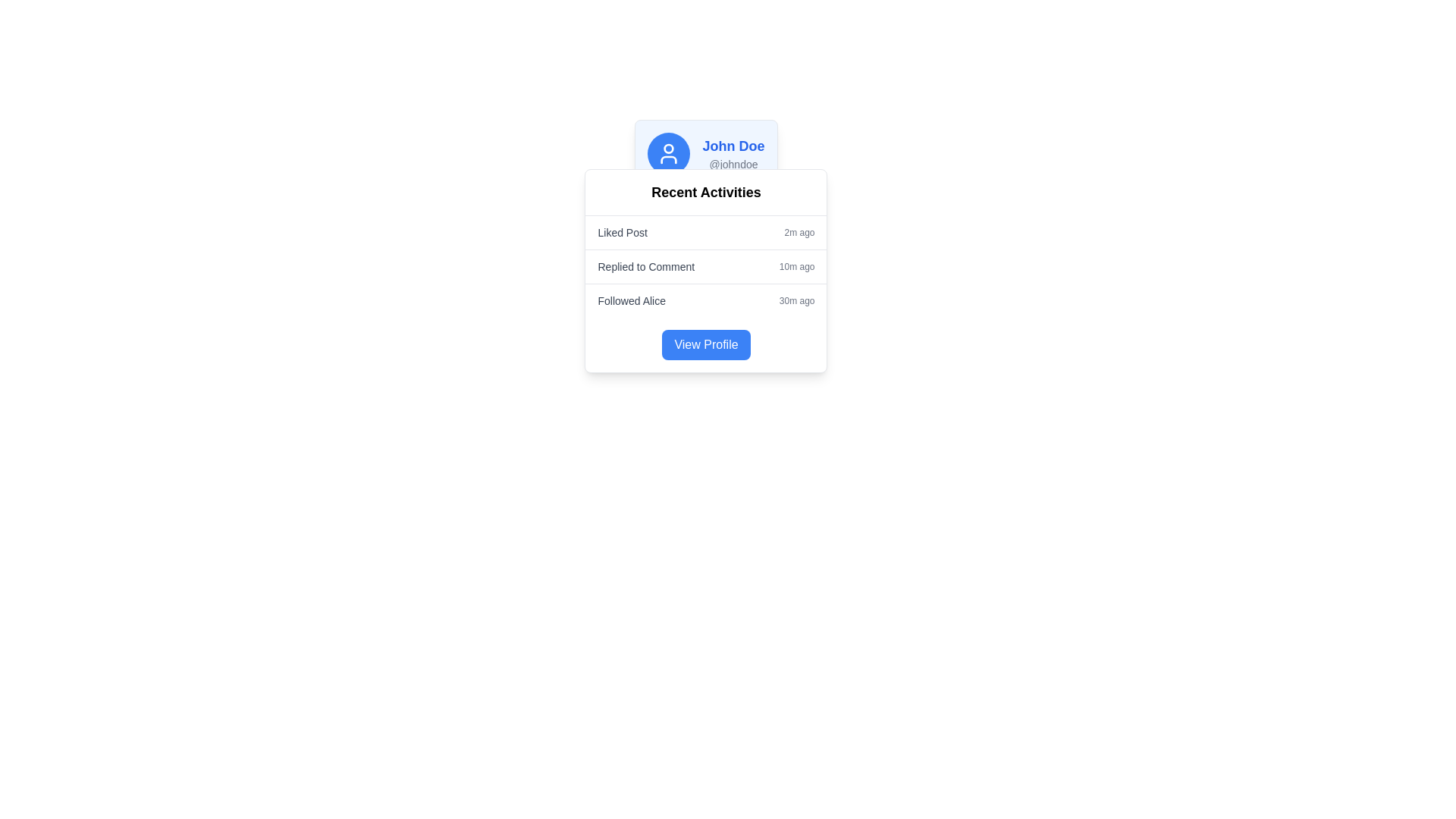 The height and width of the screenshot is (819, 1456). I want to click on the first item in the vertical list of user activity blocks, which represents a user activity log entry, so click(705, 233).